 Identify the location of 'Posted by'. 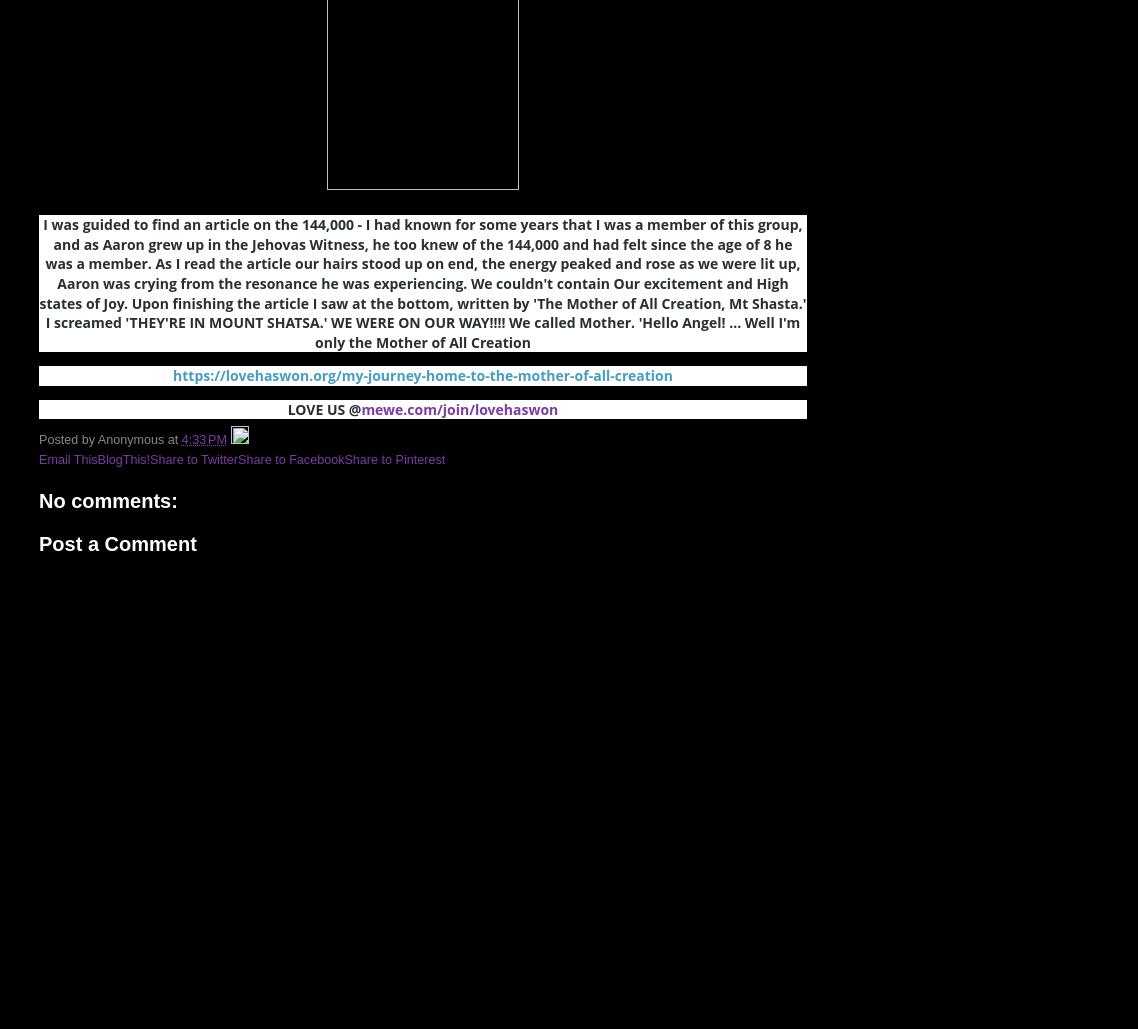
(67, 437).